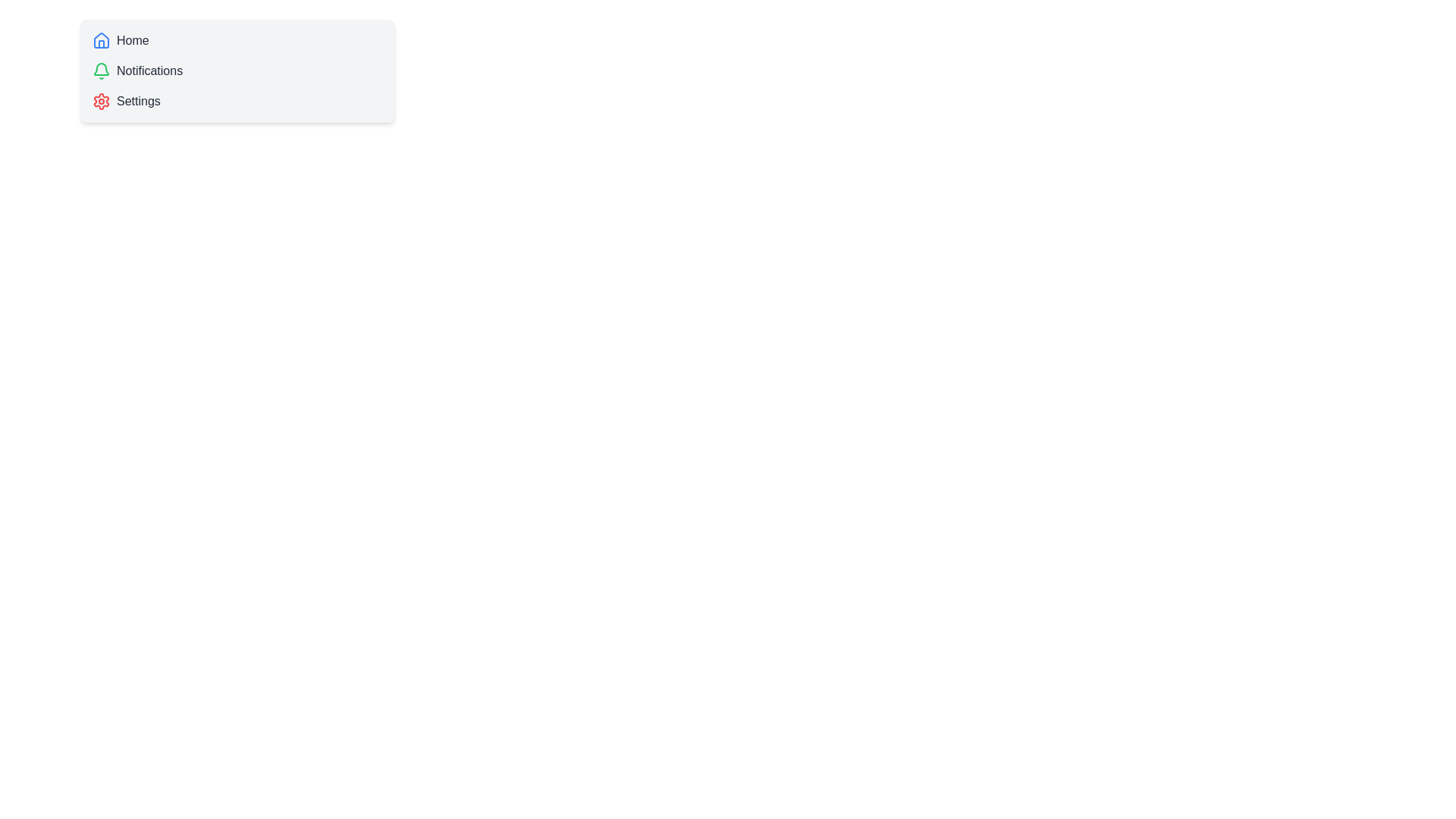  Describe the element at coordinates (138, 102) in the screenshot. I see `the 'Settings' text label, which is the third item in a vertical list of options` at that location.